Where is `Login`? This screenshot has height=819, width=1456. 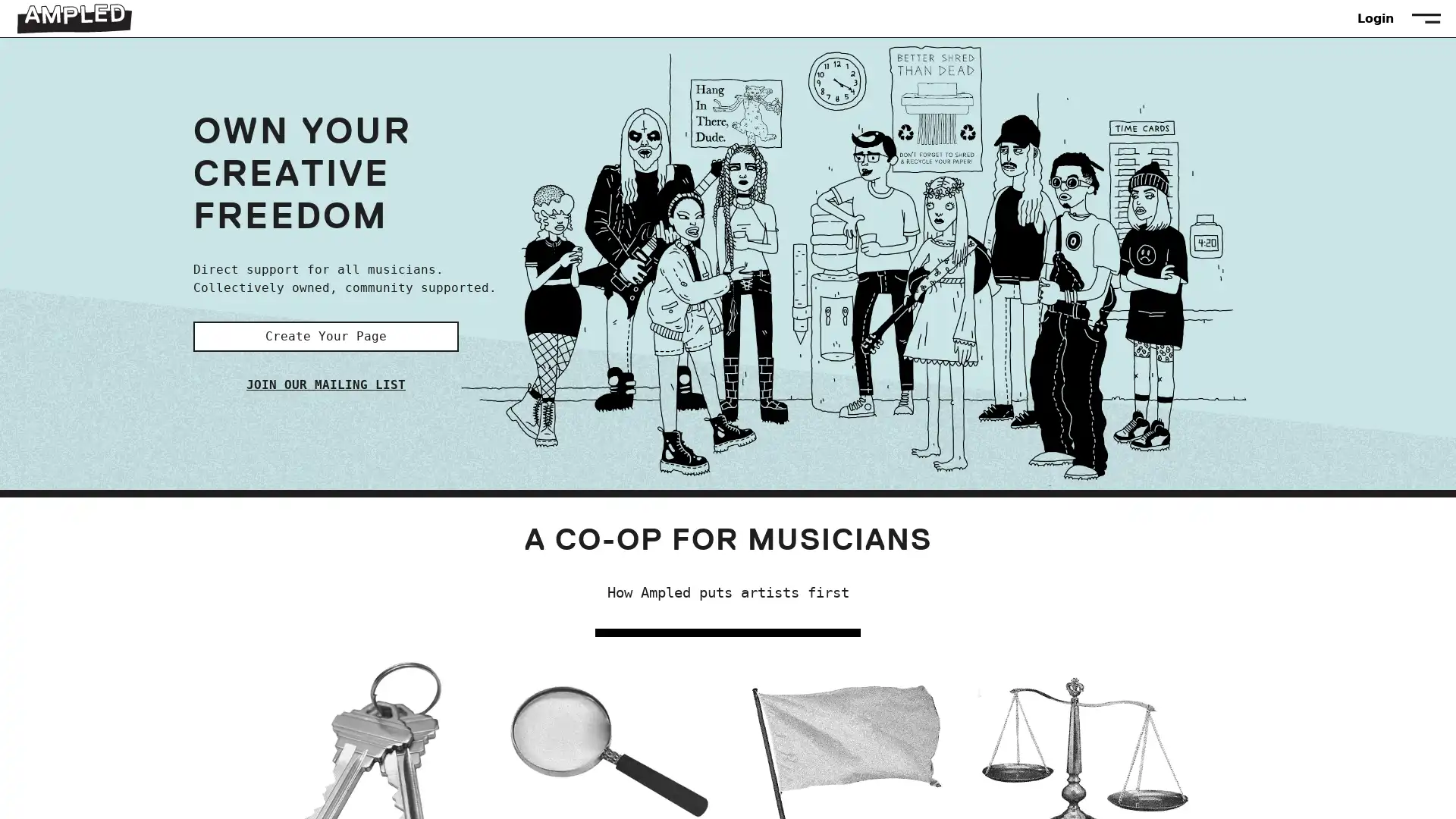 Login is located at coordinates (1376, 17).